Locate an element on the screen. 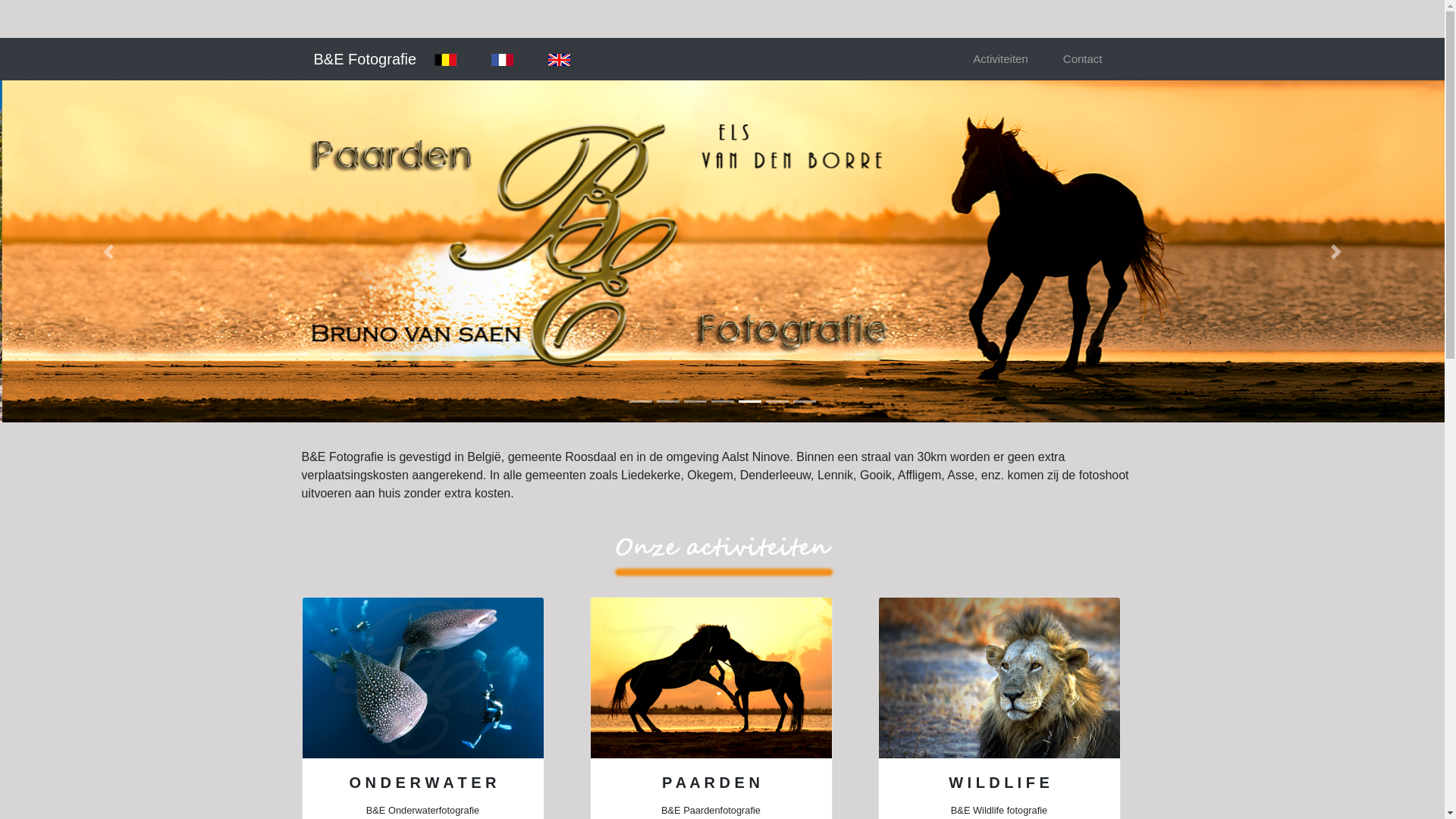 Image resolution: width=1456 pixels, height=819 pixels. 'Previous' is located at coordinates (108, 250).